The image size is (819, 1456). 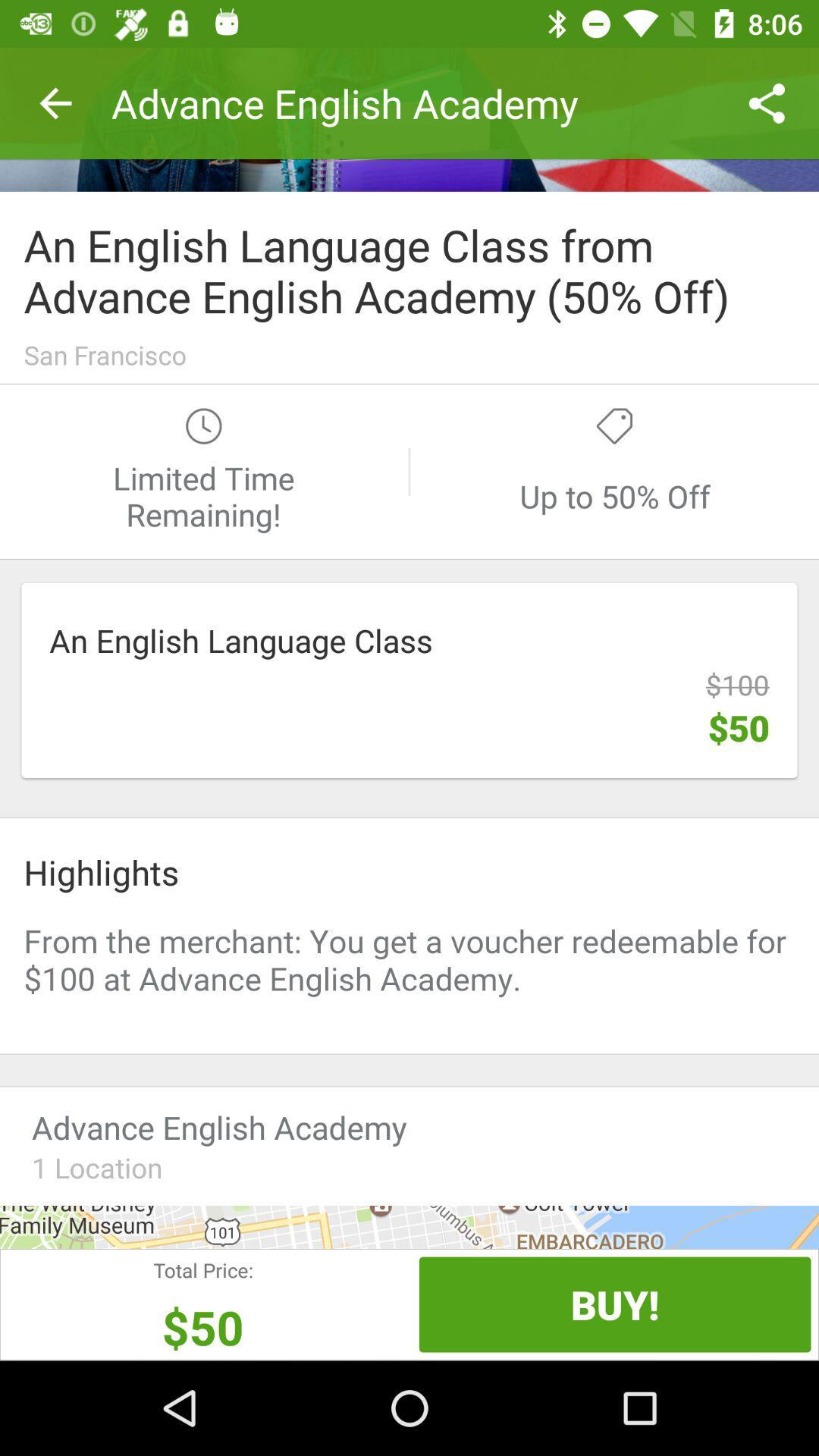 I want to click on advertisement, so click(x=409, y=966).